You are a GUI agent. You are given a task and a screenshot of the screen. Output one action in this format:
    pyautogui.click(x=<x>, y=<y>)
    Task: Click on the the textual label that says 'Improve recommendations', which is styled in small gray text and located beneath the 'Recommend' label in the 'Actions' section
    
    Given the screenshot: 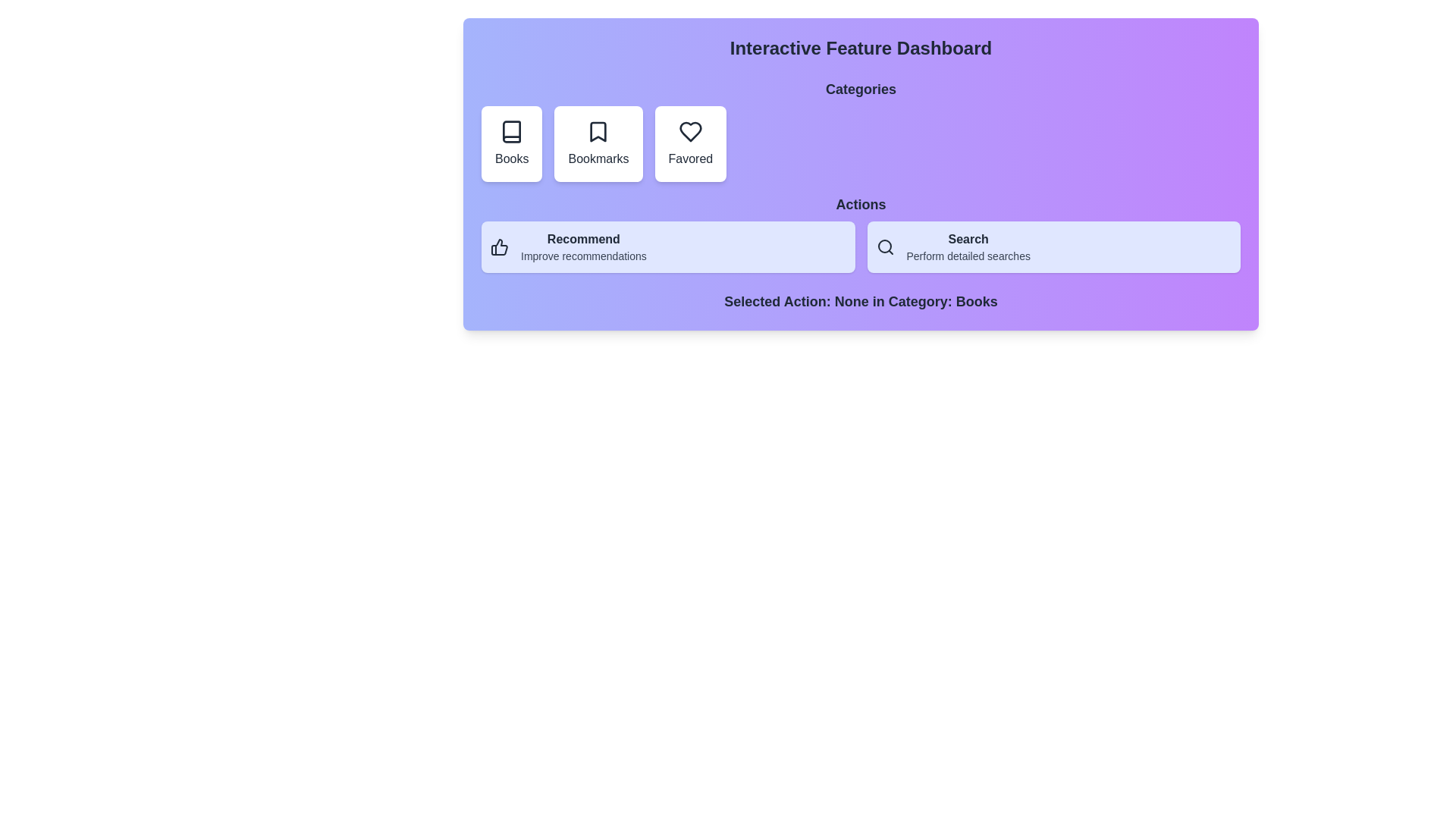 What is the action you would take?
    pyautogui.click(x=582, y=256)
    